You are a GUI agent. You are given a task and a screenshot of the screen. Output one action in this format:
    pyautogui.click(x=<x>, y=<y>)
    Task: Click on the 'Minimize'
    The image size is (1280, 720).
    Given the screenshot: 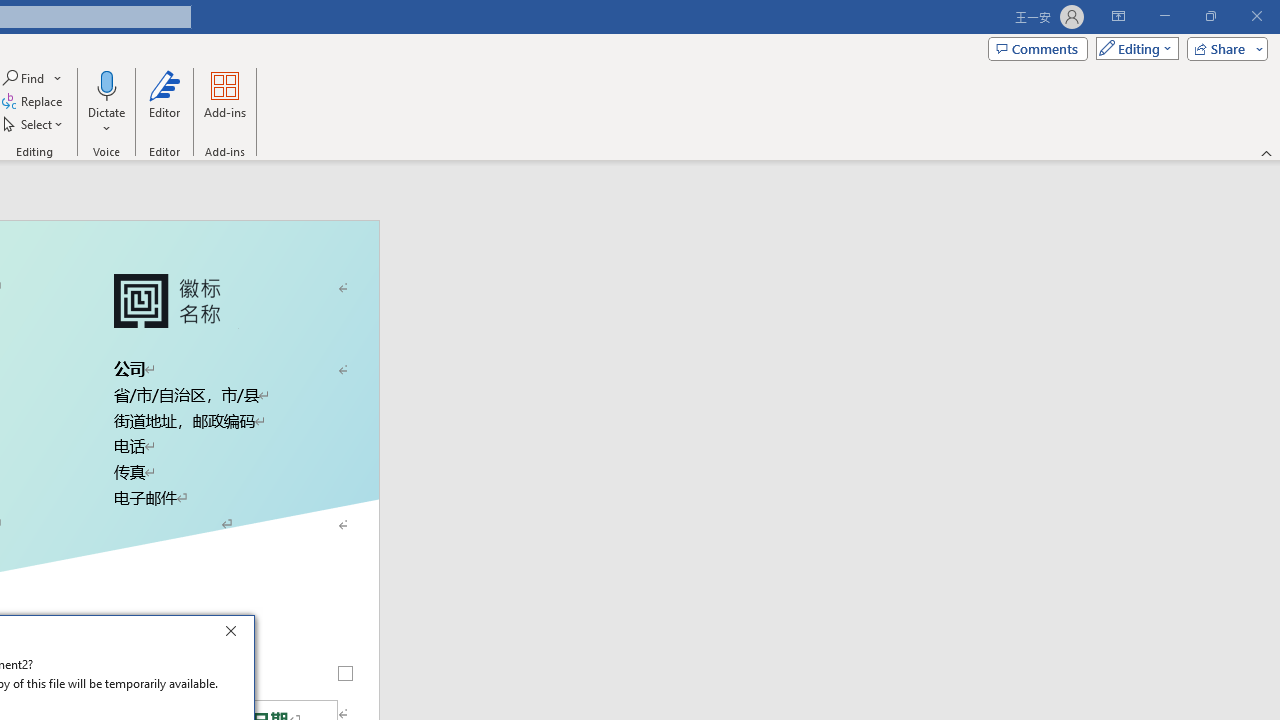 What is the action you would take?
    pyautogui.click(x=1164, y=16)
    